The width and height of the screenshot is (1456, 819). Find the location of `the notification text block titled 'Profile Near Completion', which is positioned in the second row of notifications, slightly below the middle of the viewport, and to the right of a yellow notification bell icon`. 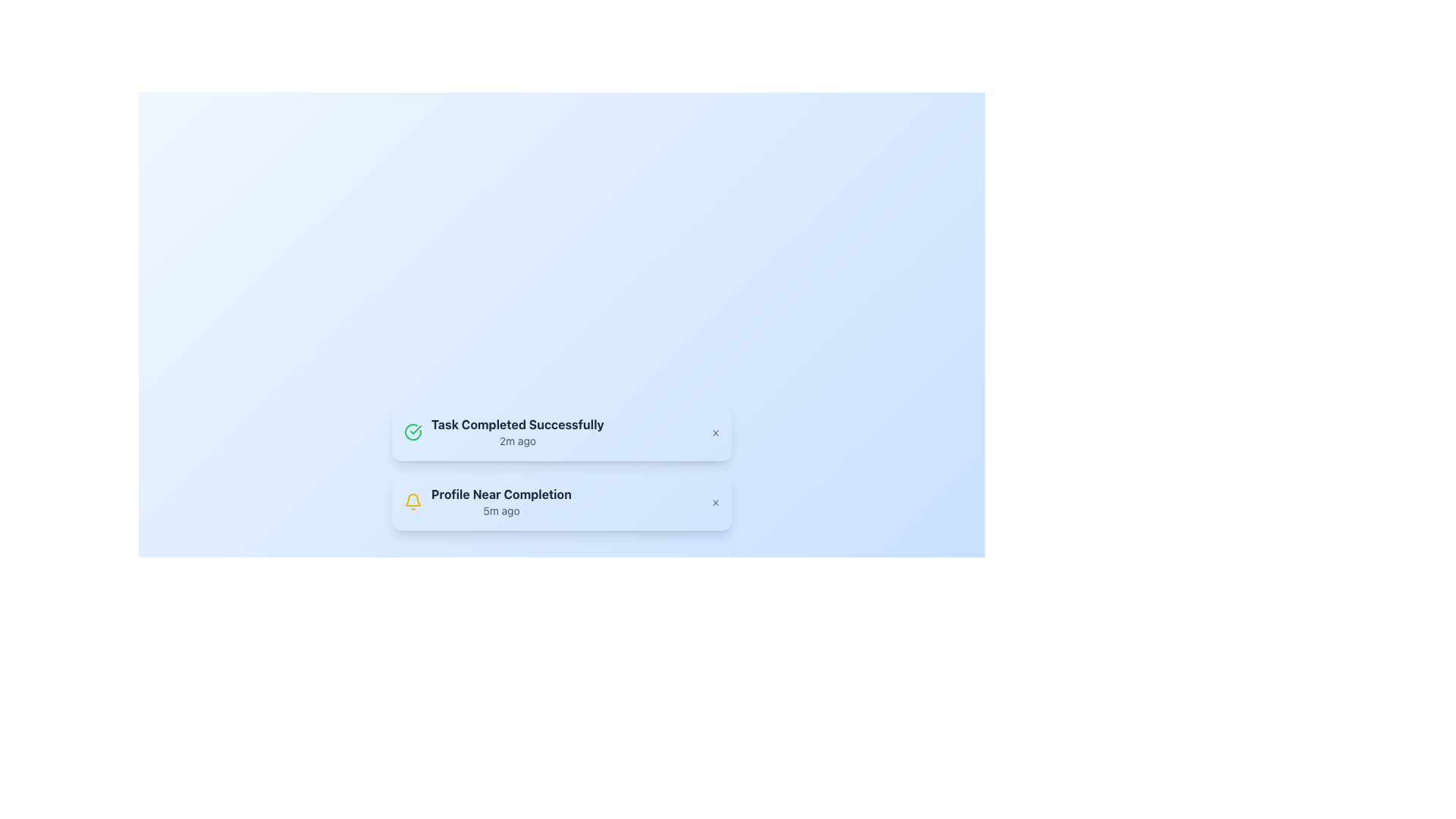

the notification text block titled 'Profile Near Completion', which is positioned in the second row of notifications, slightly below the middle of the viewport, and to the right of a yellow notification bell icon is located at coordinates (501, 502).